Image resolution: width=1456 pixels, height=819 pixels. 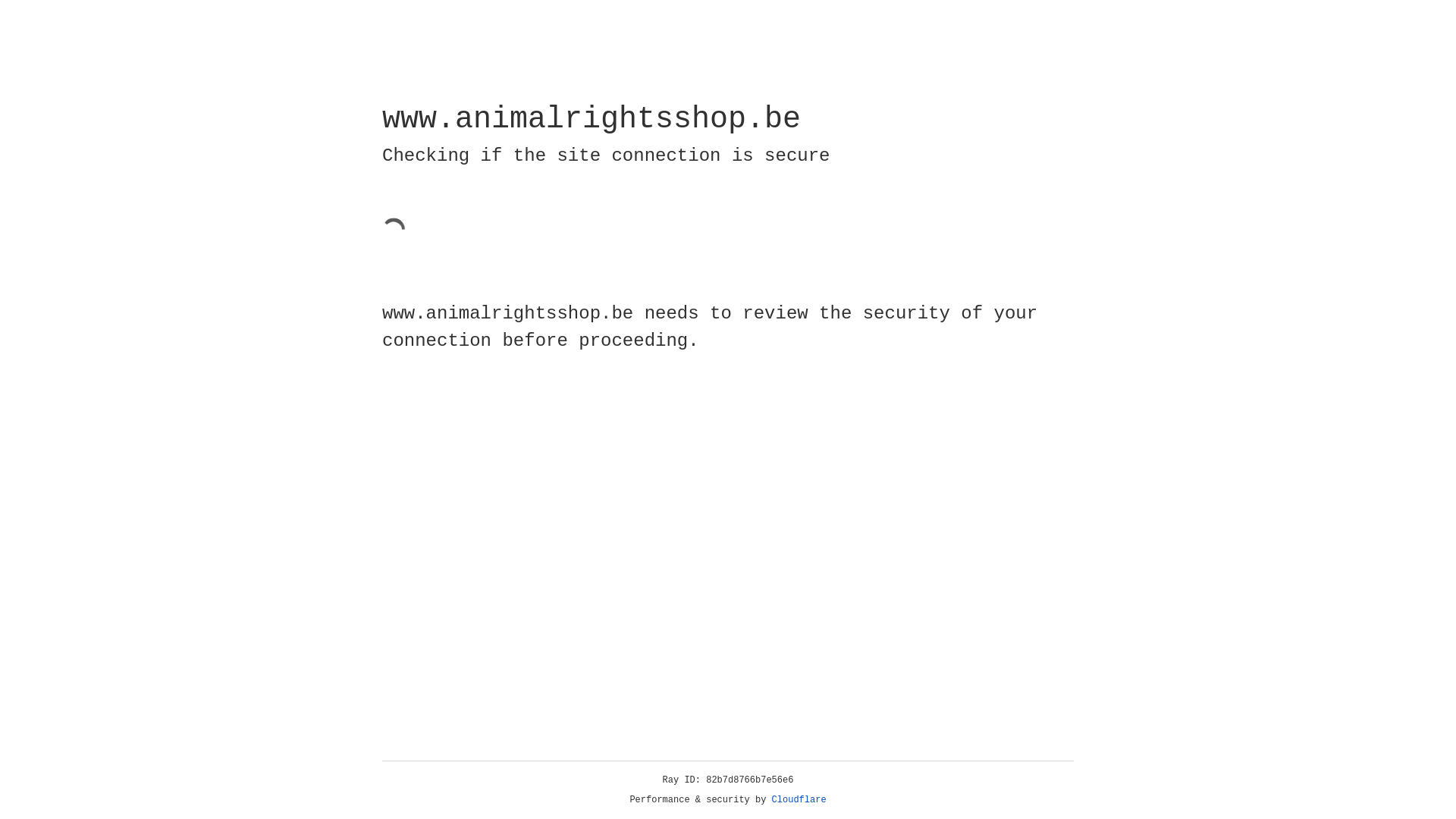 I want to click on 'Cloudflare', so click(x=771, y=799).